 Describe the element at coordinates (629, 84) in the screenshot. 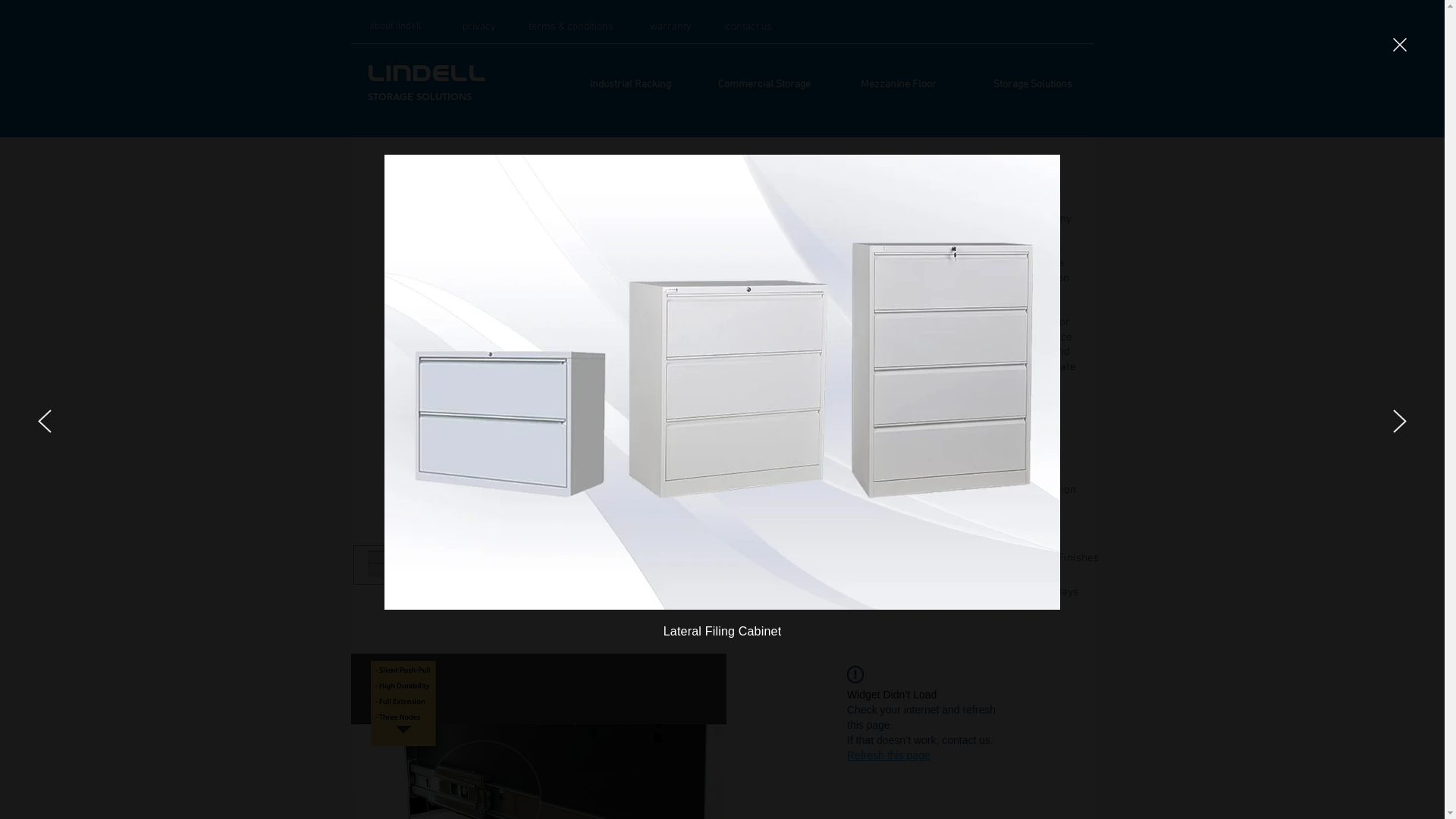

I see `'Industrial Racking'` at that location.